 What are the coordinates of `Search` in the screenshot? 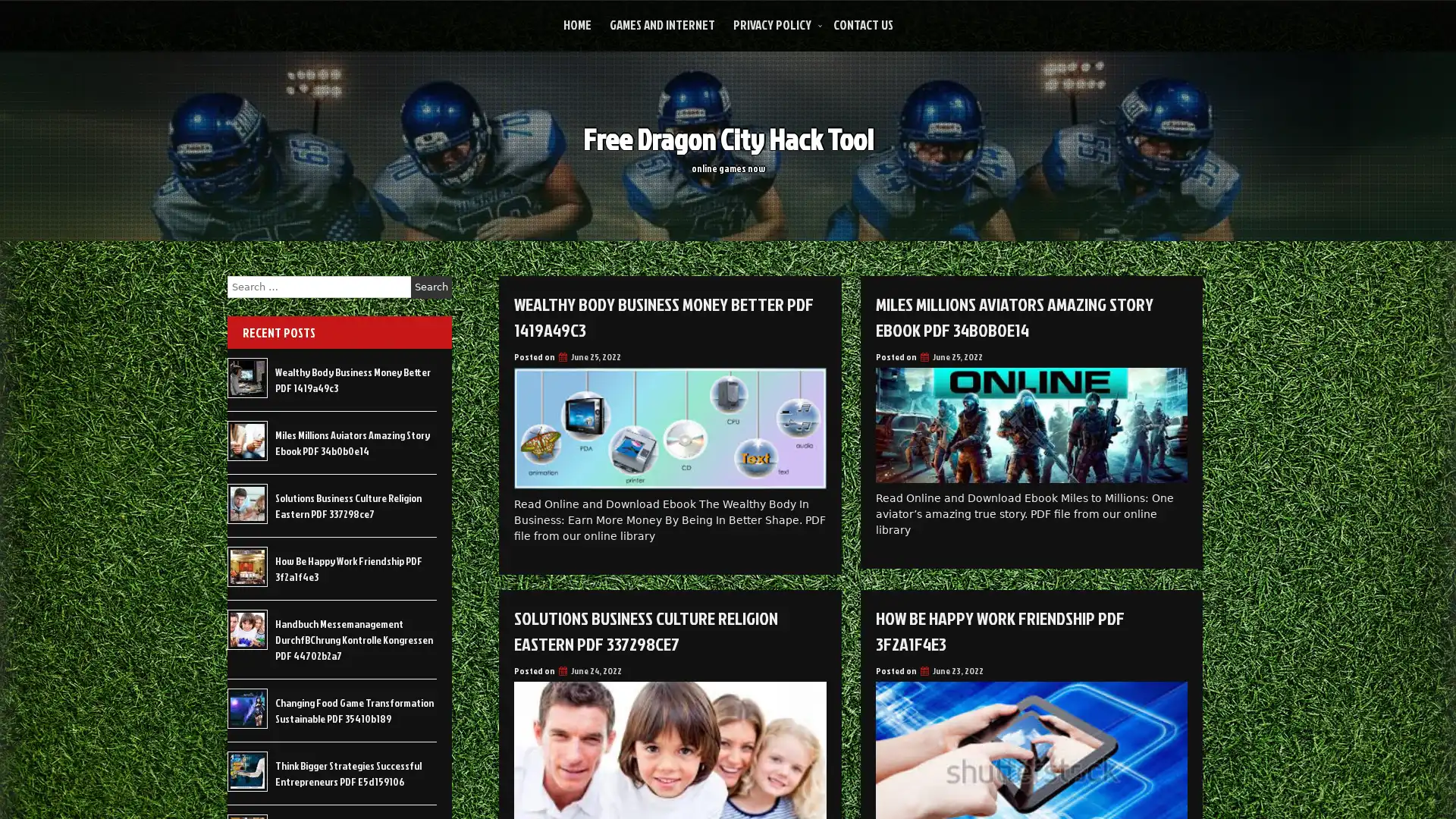 It's located at (431, 287).